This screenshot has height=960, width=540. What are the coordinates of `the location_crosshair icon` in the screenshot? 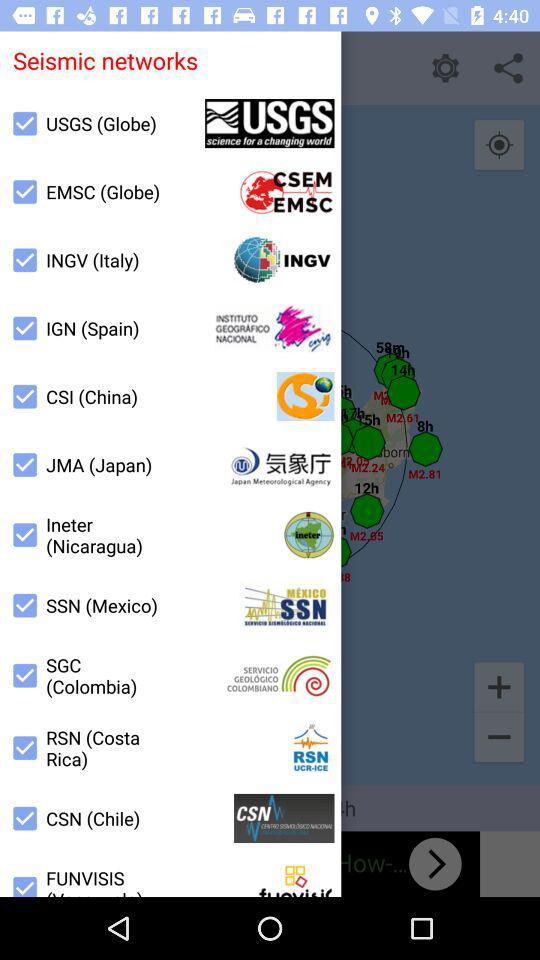 It's located at (498, 144).